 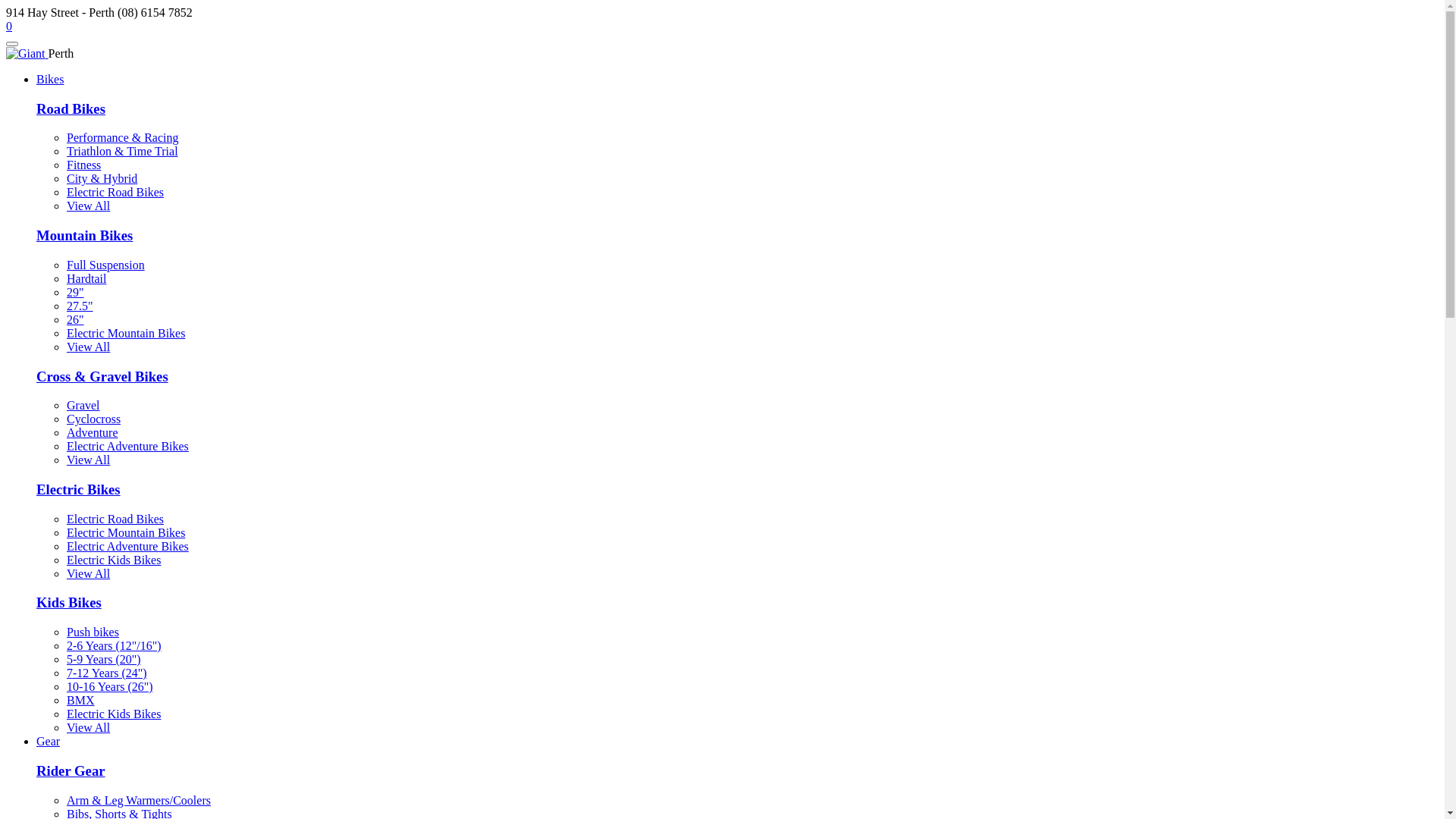 What do you see at coordinates (48, 740) in the screenshot?
I see `'Gear'` at bounding box center [48, 740].